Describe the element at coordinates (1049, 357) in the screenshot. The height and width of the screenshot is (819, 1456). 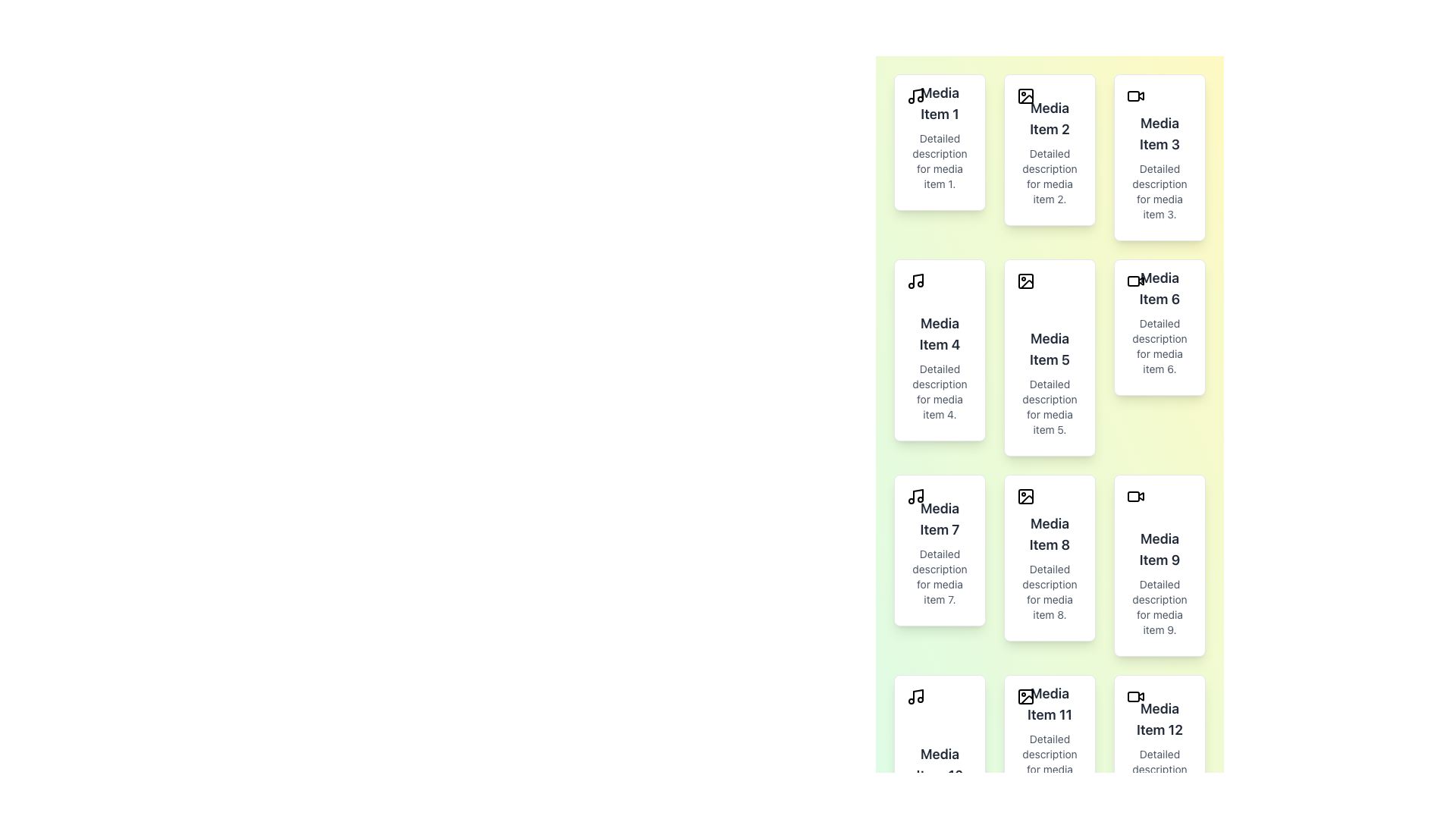
I see `description text of the Card element representing 'Media Item 5', located in the middle column and second row of the grid layout` at that location.